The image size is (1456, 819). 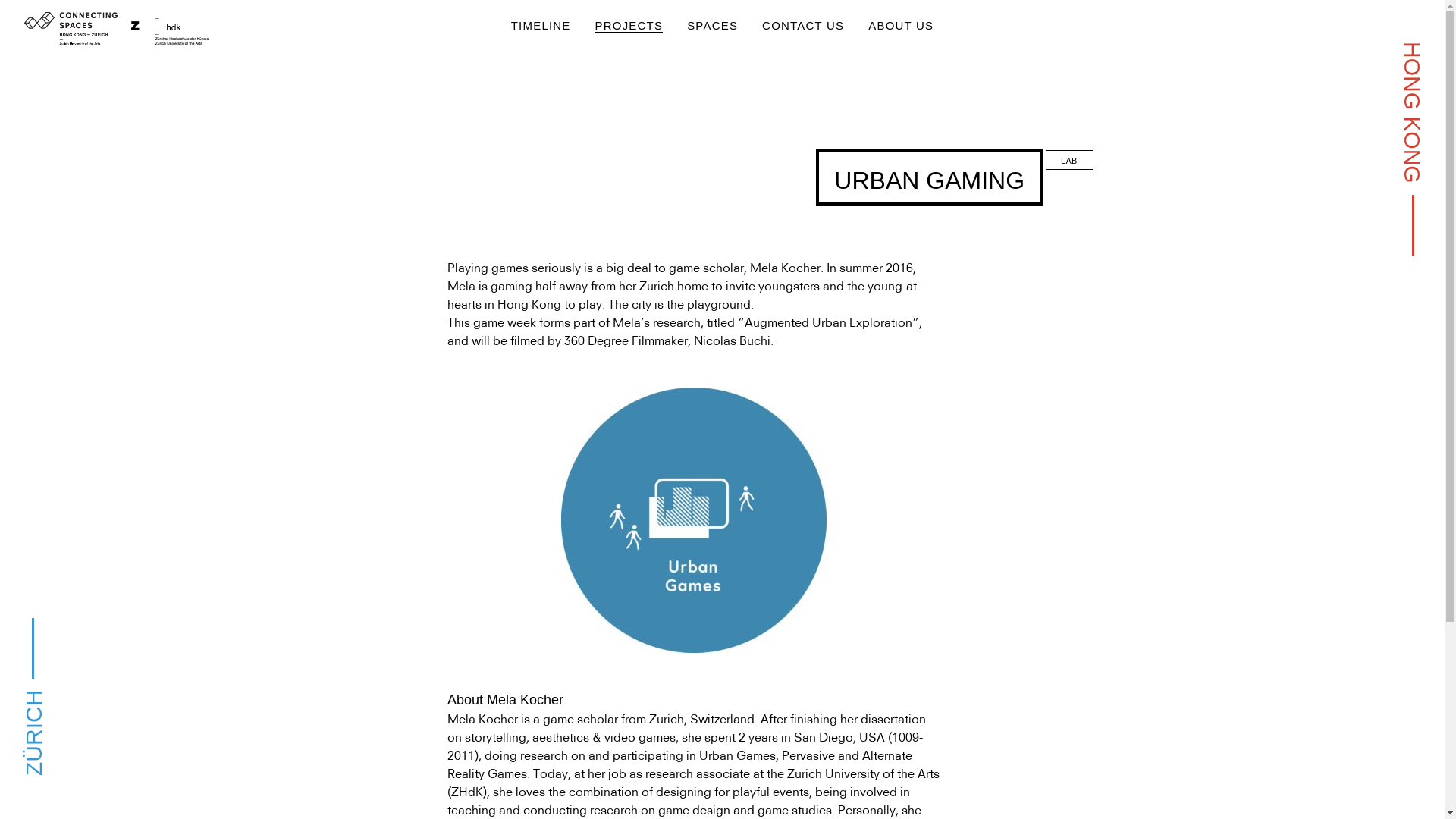 What do you see at coordinates (541, 26) in the screenshot?
I see `'TIMELINE'` at bounding box center [541, 26].